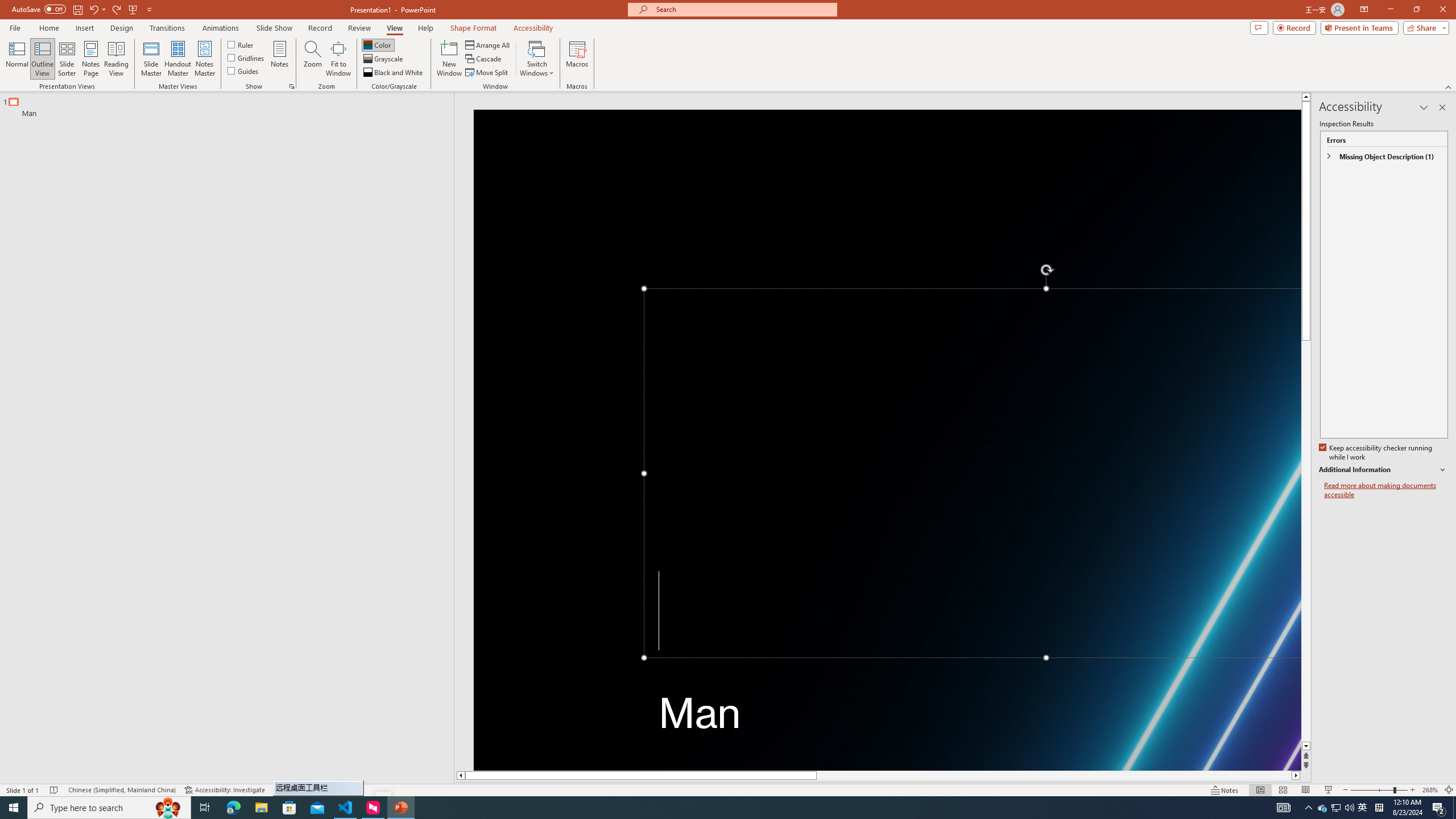  What do you see at coordinates (378, 44) in the screenshot?
I see `'Color'` at bounding box center [378, 44].